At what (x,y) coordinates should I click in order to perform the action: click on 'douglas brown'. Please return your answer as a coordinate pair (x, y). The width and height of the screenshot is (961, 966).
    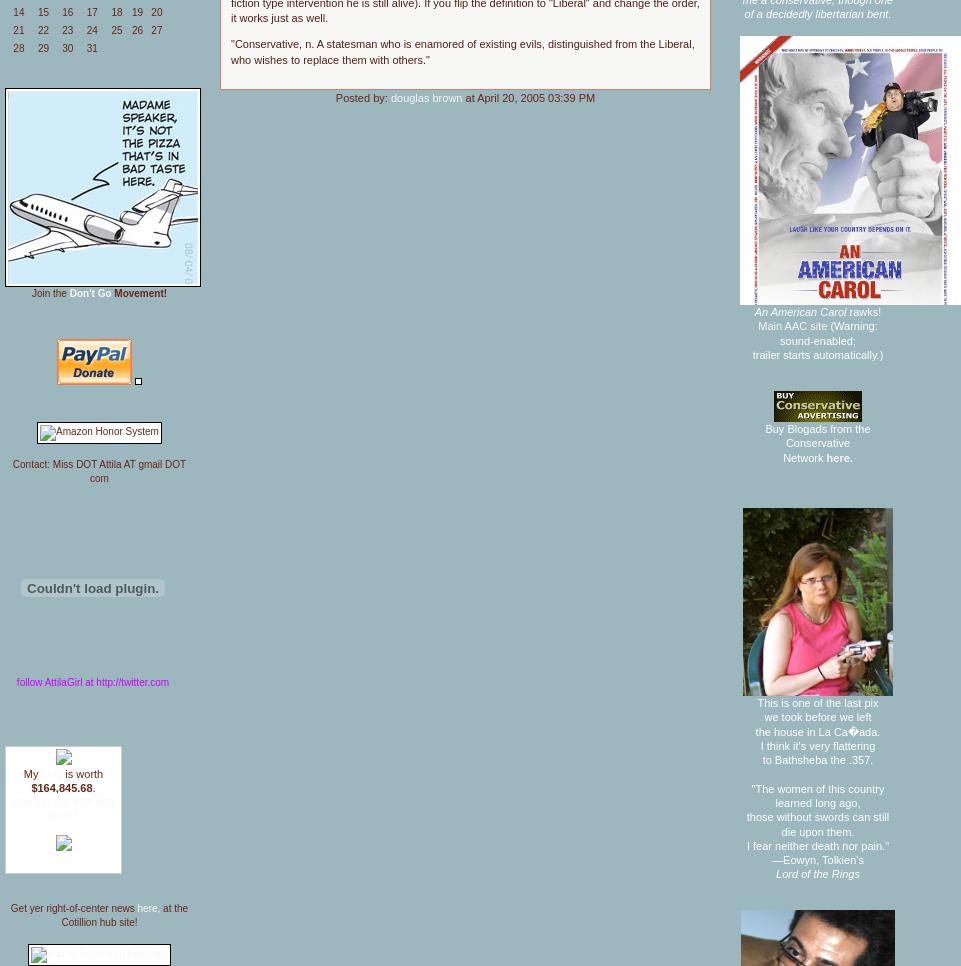
    Looking at the image, I should click on (426, 96).